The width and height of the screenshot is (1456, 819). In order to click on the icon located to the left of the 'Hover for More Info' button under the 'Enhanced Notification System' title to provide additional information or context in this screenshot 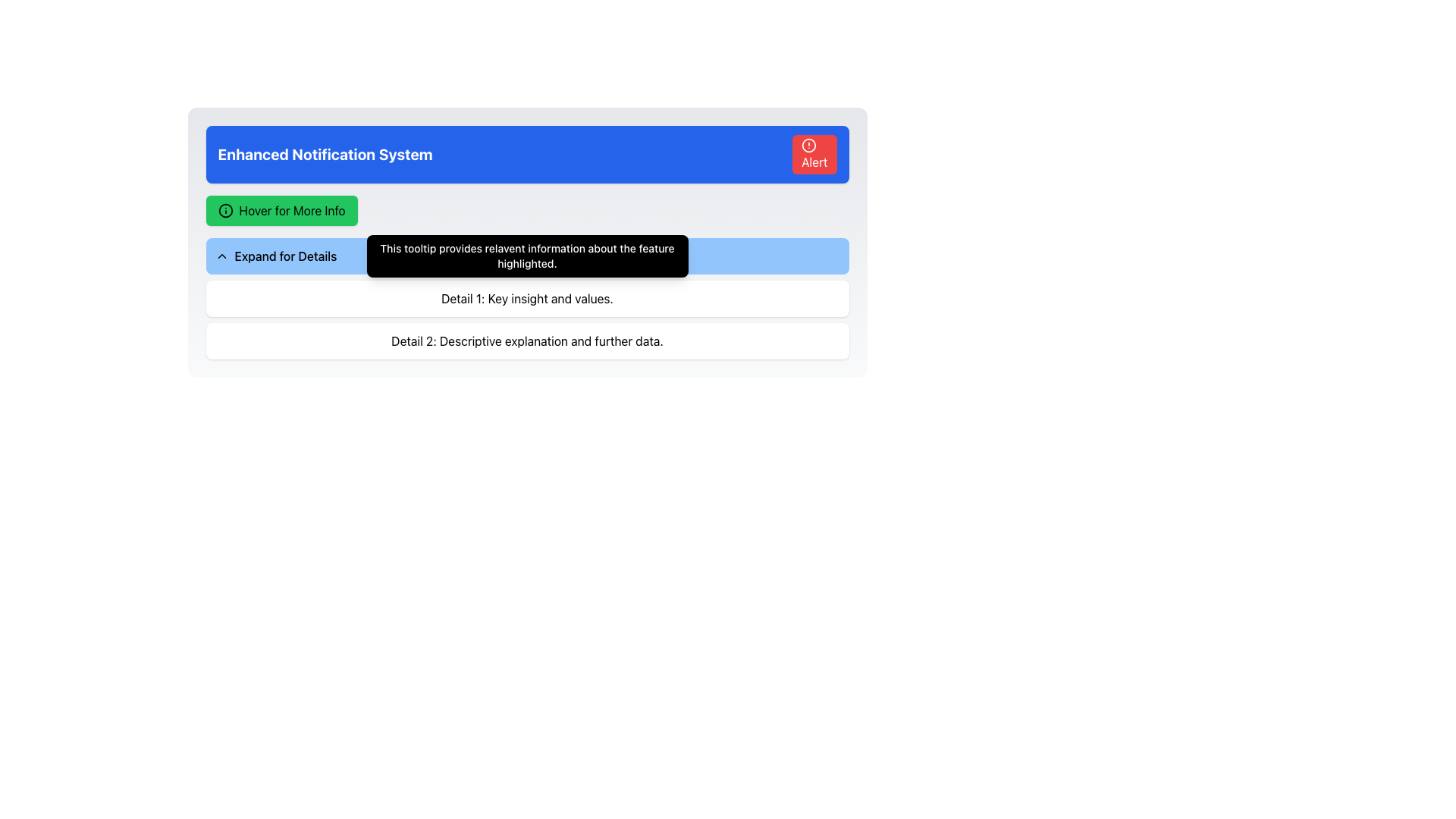, I will do `click(224, 210)`.